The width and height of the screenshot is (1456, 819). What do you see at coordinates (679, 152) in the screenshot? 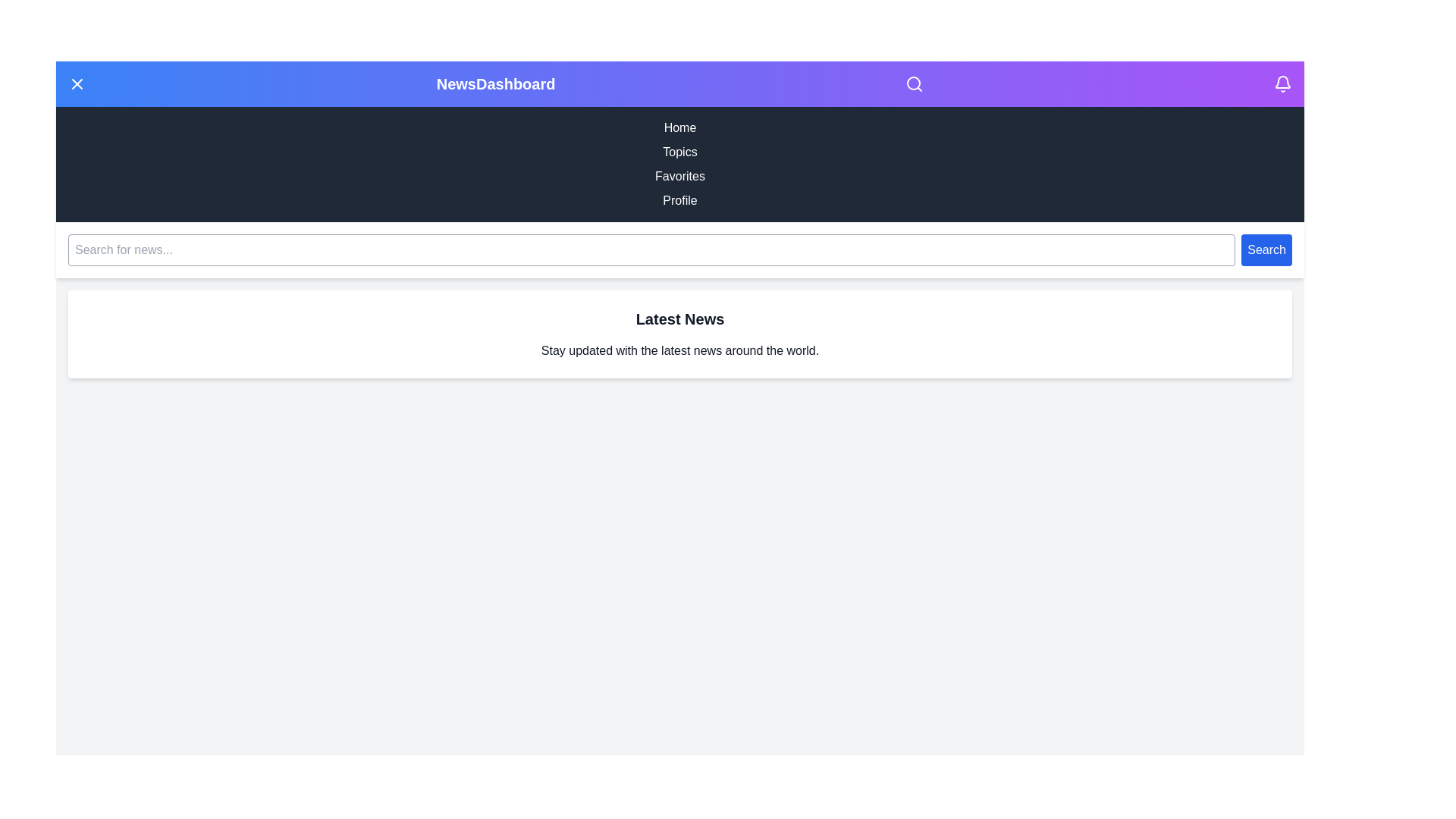
I see `the navigation menu item Topics` at bounding box center [679, 152].